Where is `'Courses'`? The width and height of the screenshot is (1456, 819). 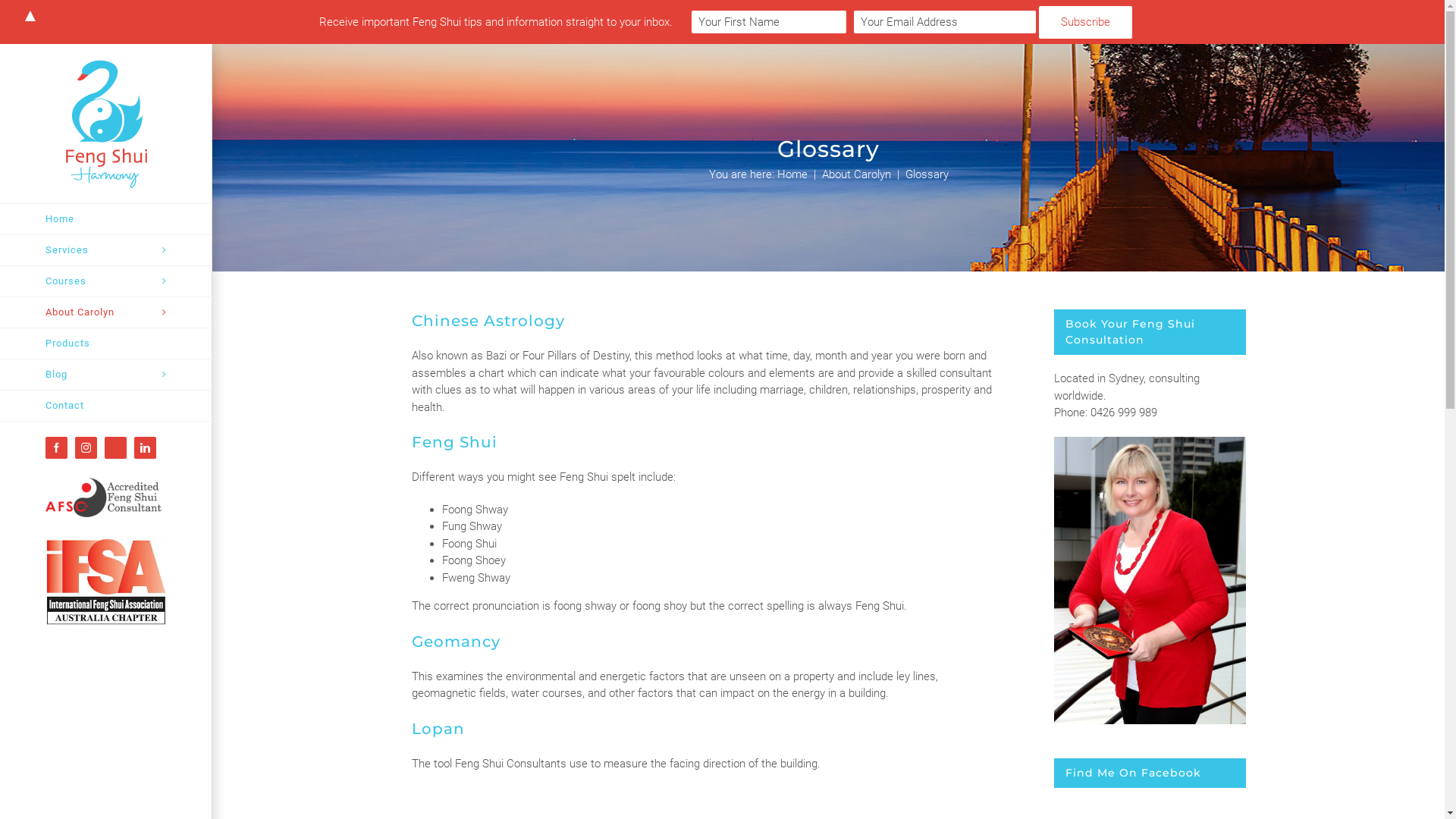 'Courses' is located at coordinates (105, 281).